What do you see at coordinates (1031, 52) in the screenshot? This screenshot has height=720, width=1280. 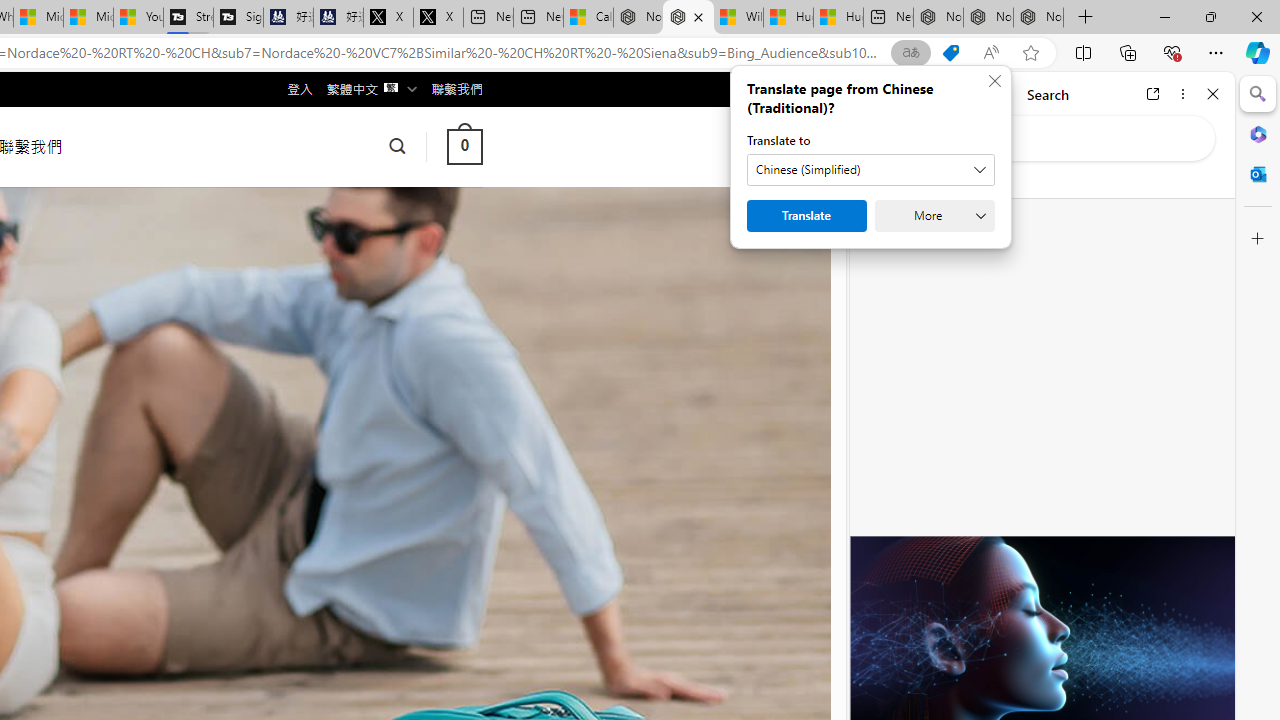 I see `'Add this page to favorites (Ctrl+D)'` at bounding box center [1031, 52].